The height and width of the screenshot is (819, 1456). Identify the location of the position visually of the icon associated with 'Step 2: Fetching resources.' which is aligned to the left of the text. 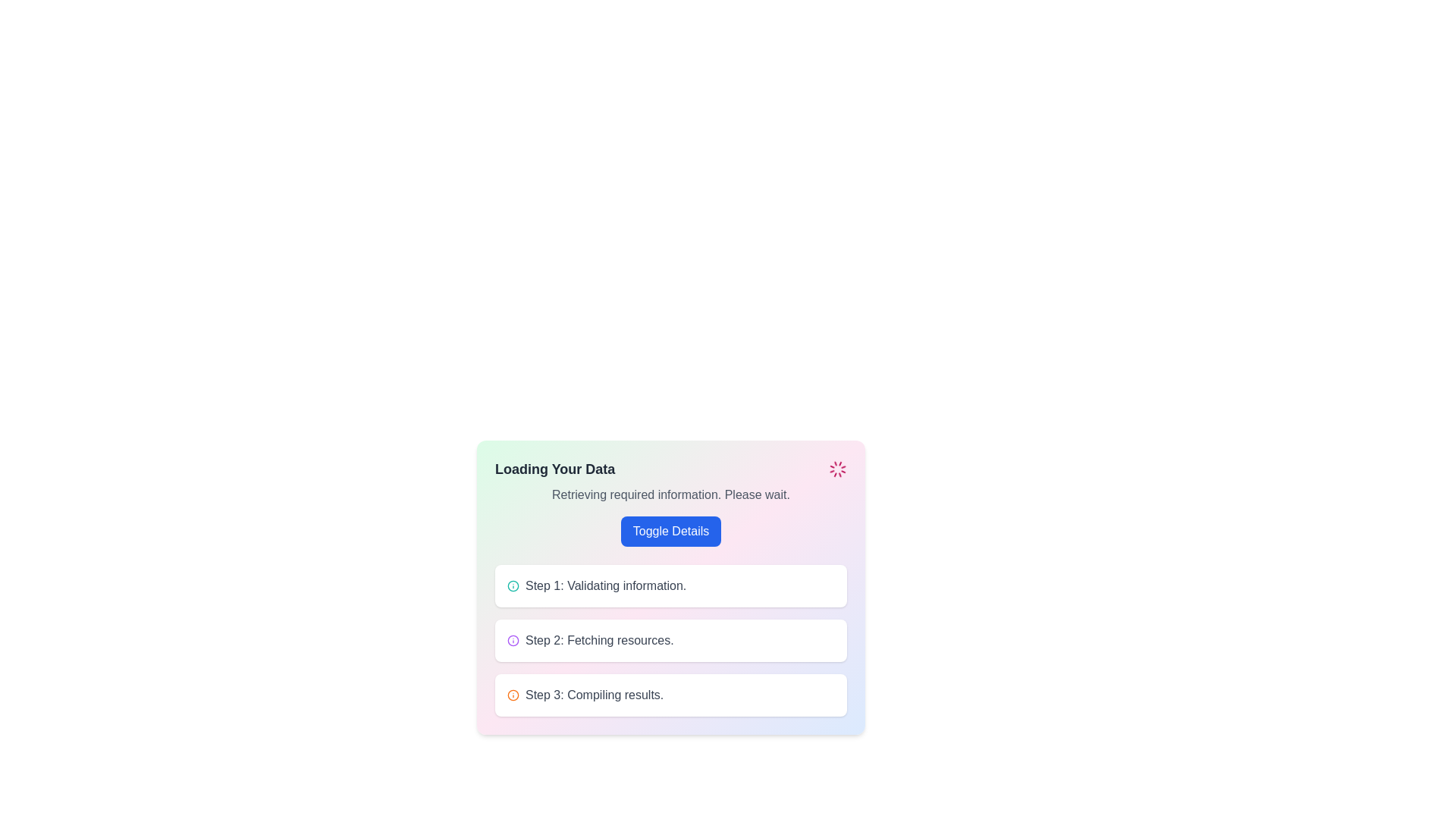
(513, 640).